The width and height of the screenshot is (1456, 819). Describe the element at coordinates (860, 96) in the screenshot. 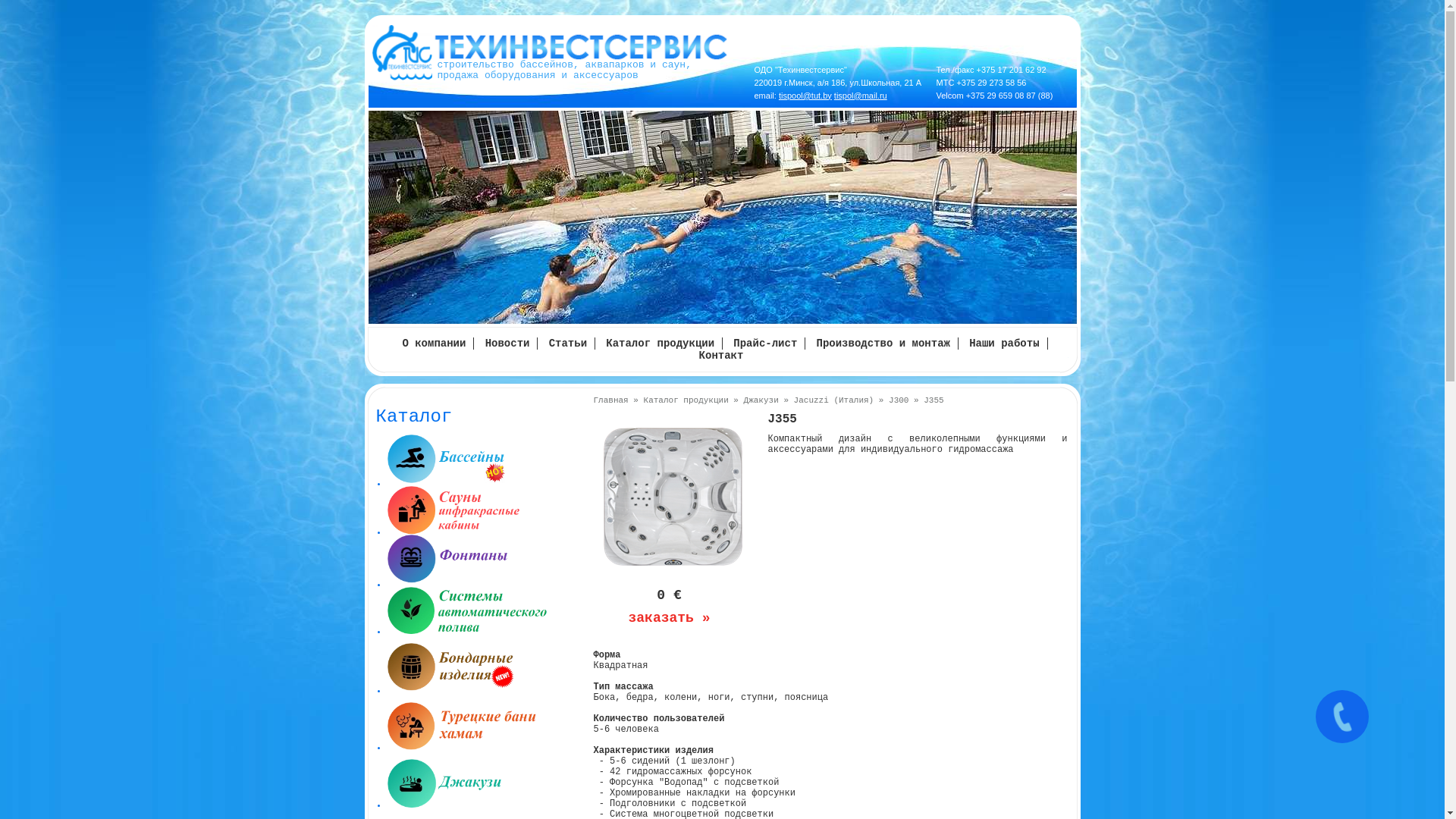

I see `'tispol@mail.ru'` at that location.